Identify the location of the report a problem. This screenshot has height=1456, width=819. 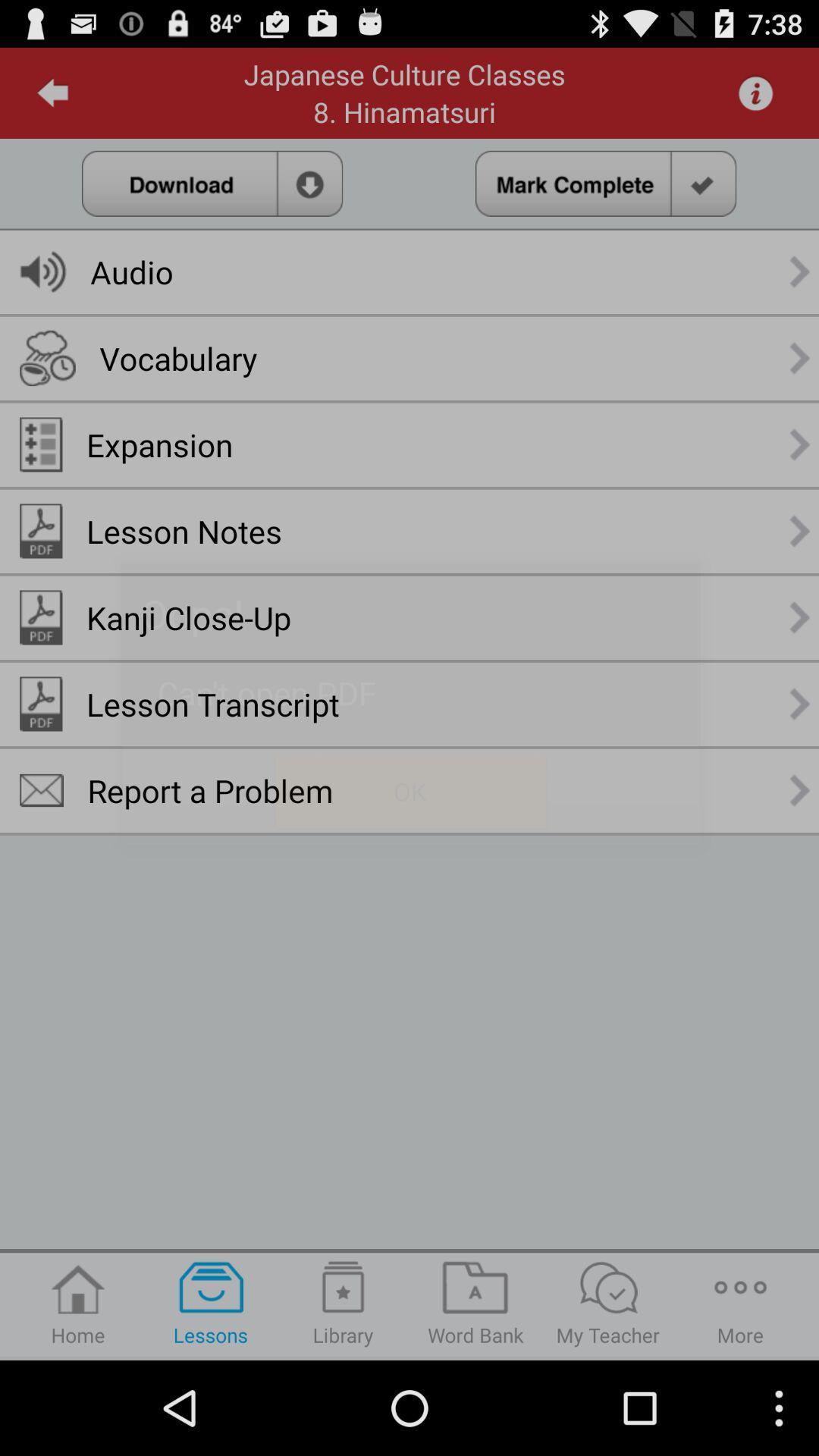
(210, 789).